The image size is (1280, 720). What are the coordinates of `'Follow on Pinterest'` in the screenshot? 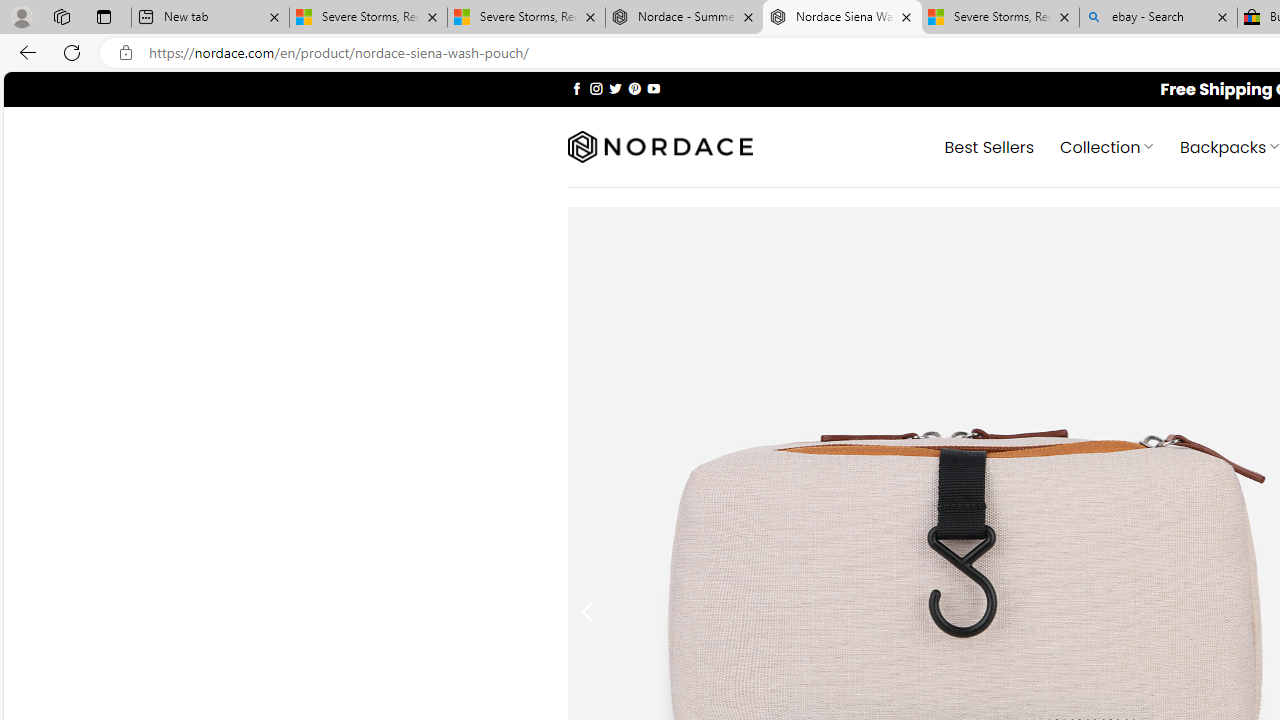 It's located at (633, 87).